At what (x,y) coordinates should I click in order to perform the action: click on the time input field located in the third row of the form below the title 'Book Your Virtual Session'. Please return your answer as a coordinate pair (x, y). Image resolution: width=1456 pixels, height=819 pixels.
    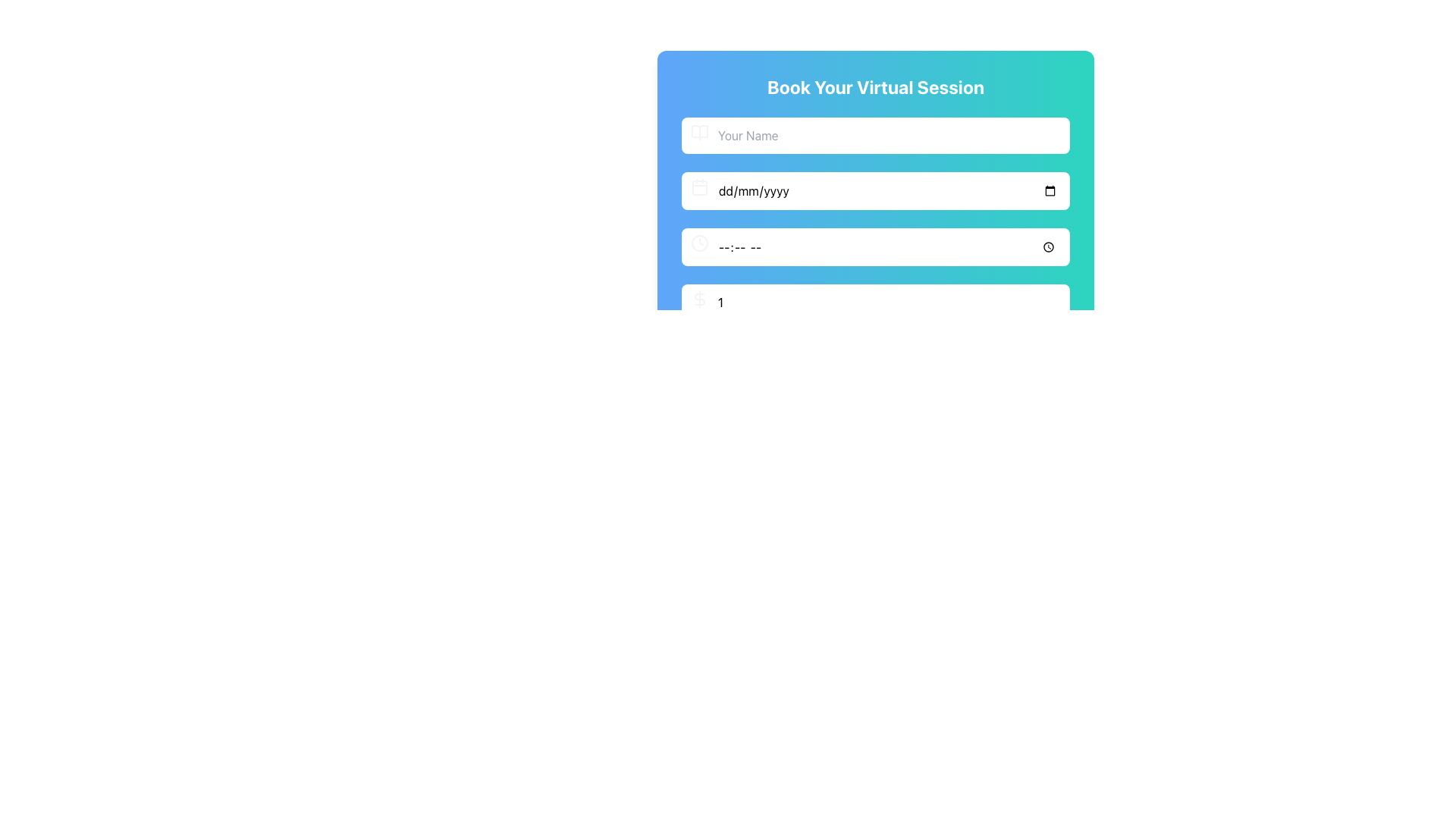
    Looking at the image, I should click on (876, 245).